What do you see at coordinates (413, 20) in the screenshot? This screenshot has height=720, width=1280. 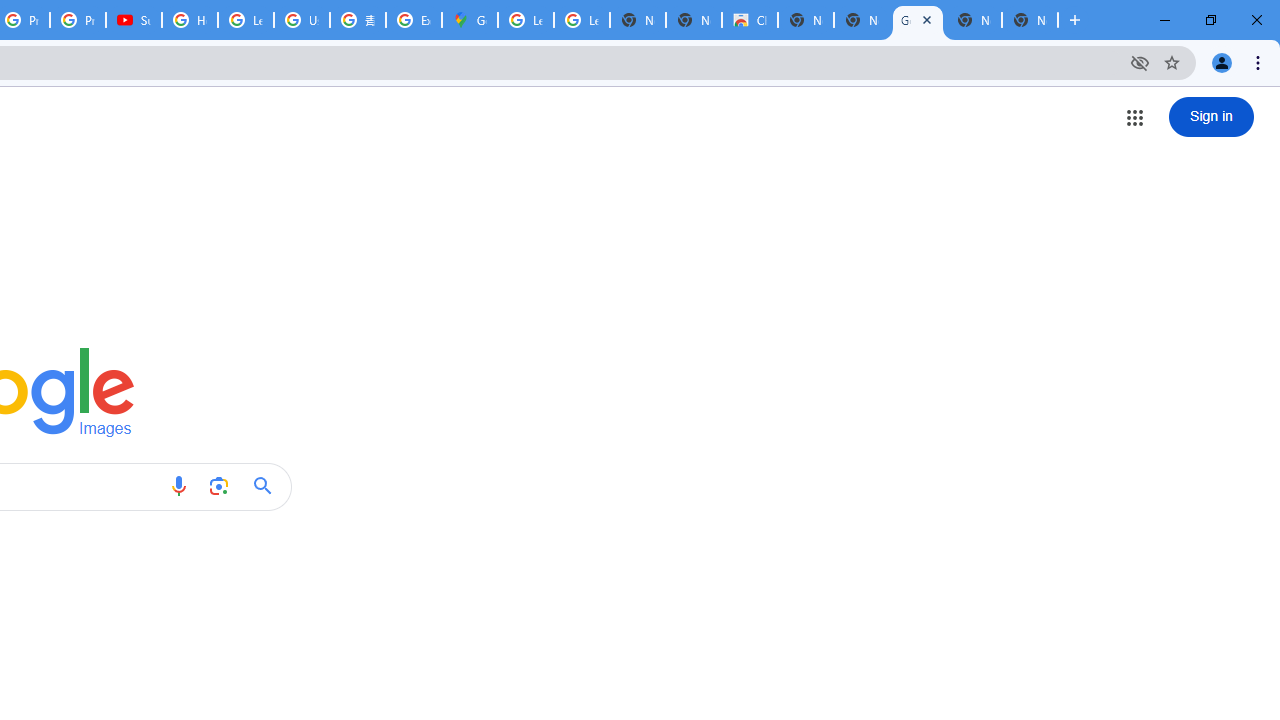 I see `'Explore new street-level details - Google Maps Help'` at bounding box center [413, 20].